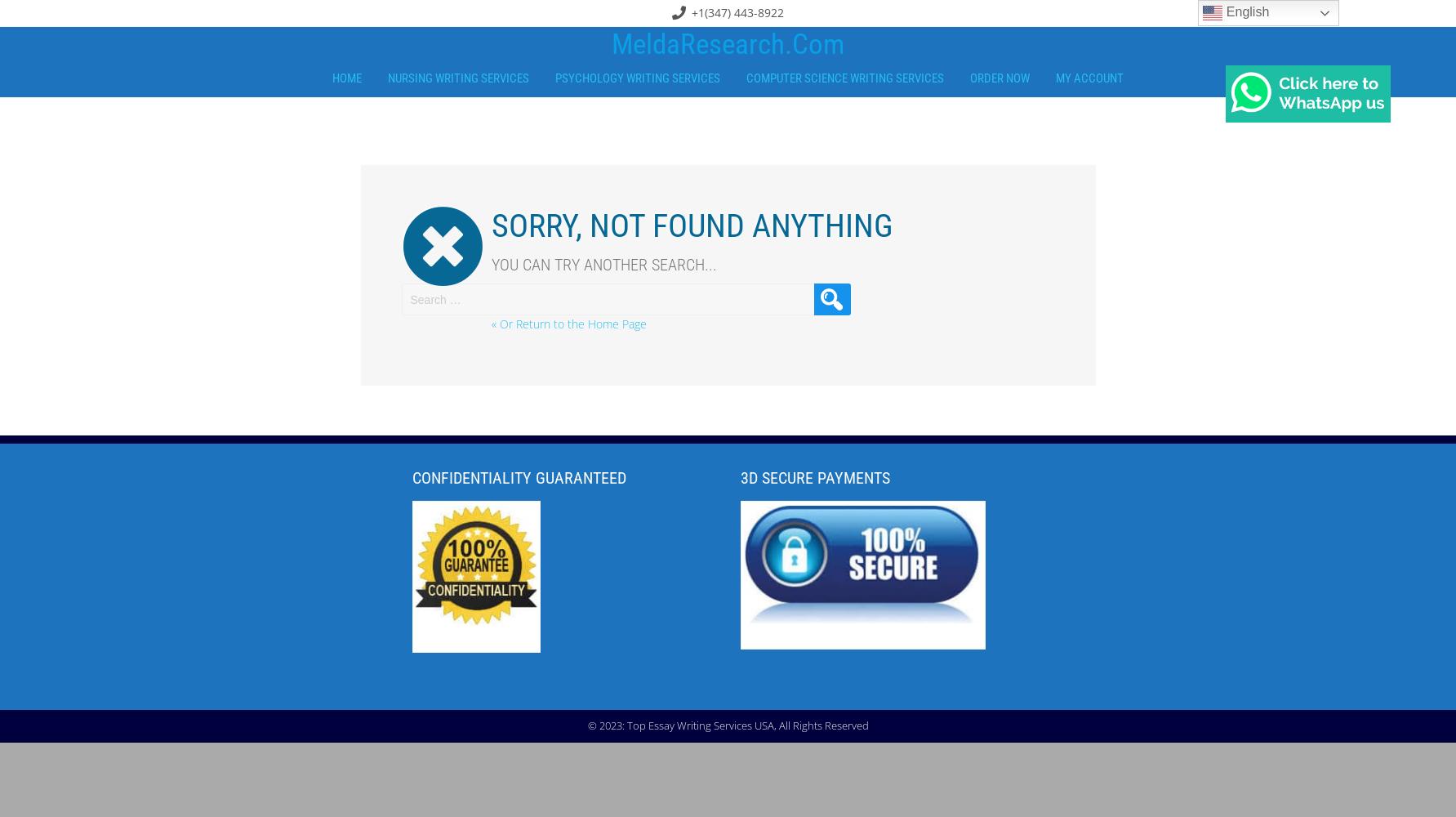 Image resolution: width=1456 pixels, height=817 pixels. Describe the element at coordinates (387, 78) in the screenshot. I see `'Nursing Writing Services'` at that location.